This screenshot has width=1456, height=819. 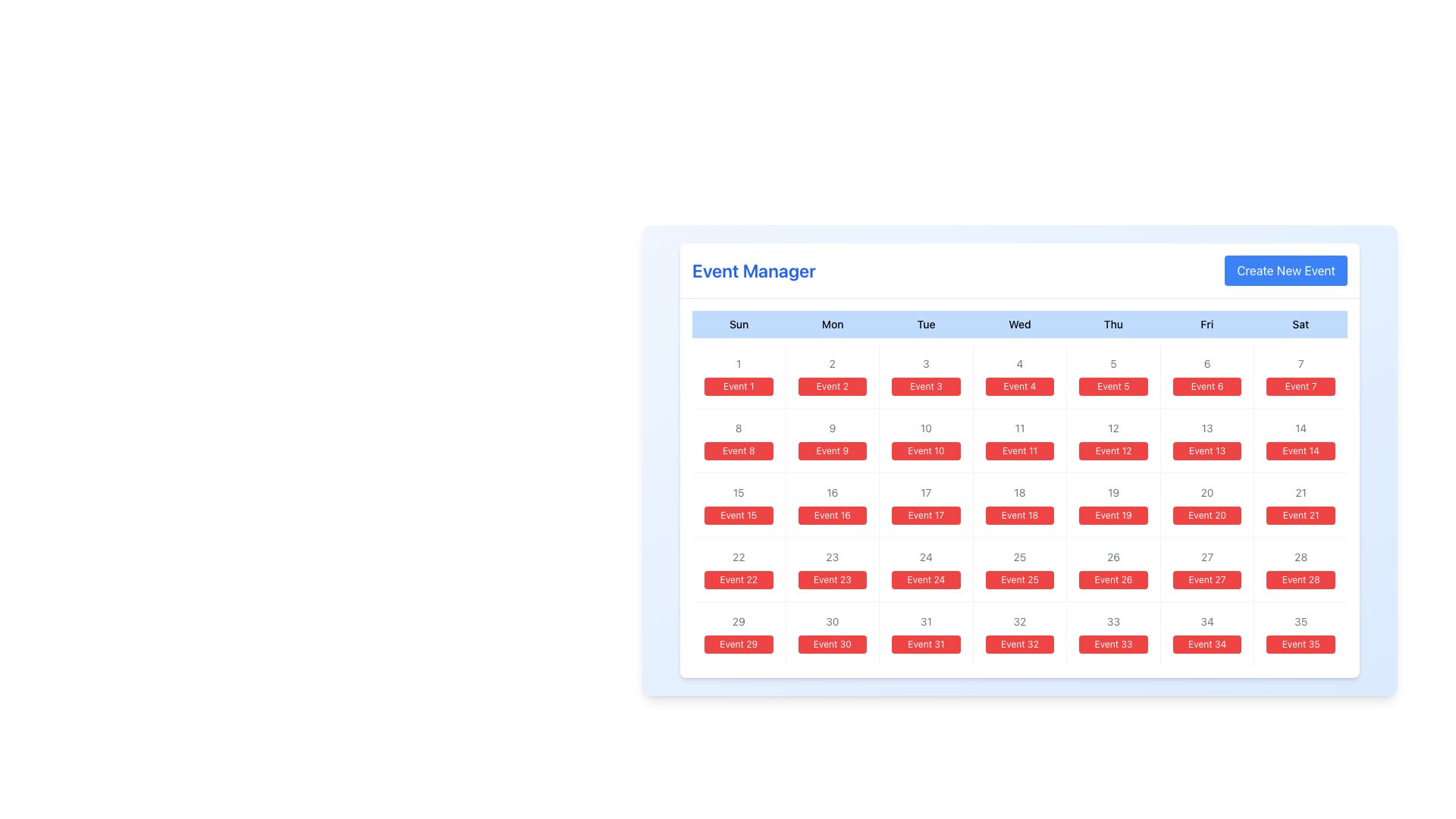 What do you see at coordinates (1300, 385) in the screenshot?
I see `the small rectangular button with a bright red background and white text labeled 'Event 7', located under the 'Sat' column in the calendar grid` at bounding box center [1300, 385].